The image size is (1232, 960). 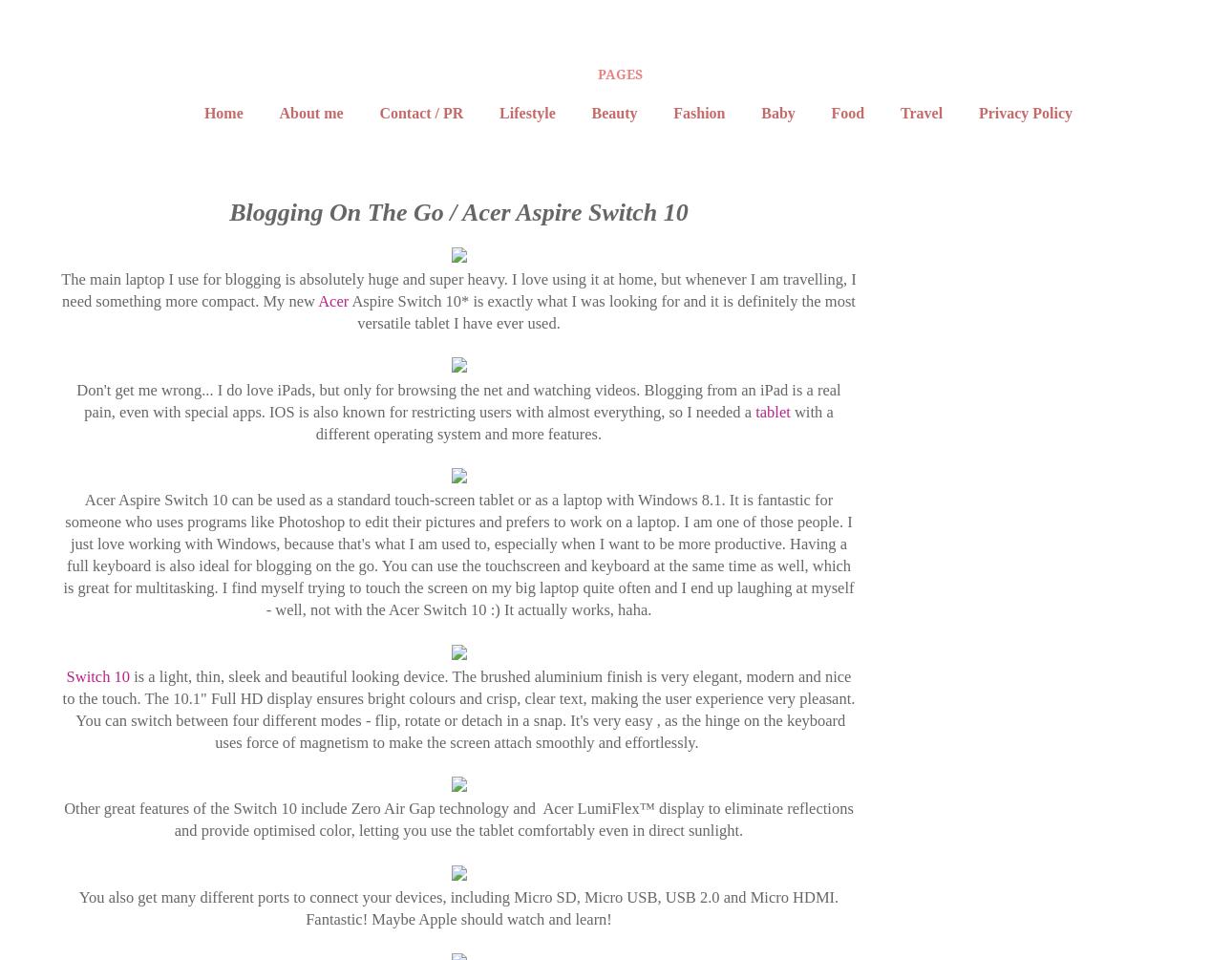 What do you see at coordinates (62, 818) in the screenshot?
I see `'Other great features of the Switch 10 include Zero Air Gap technology and  Acer LumiFlex™ display to eliminate reflections and provide optimised color, letting you use the tablet comfortably even in direct sunlight.'` at bounding box center [62, 818].